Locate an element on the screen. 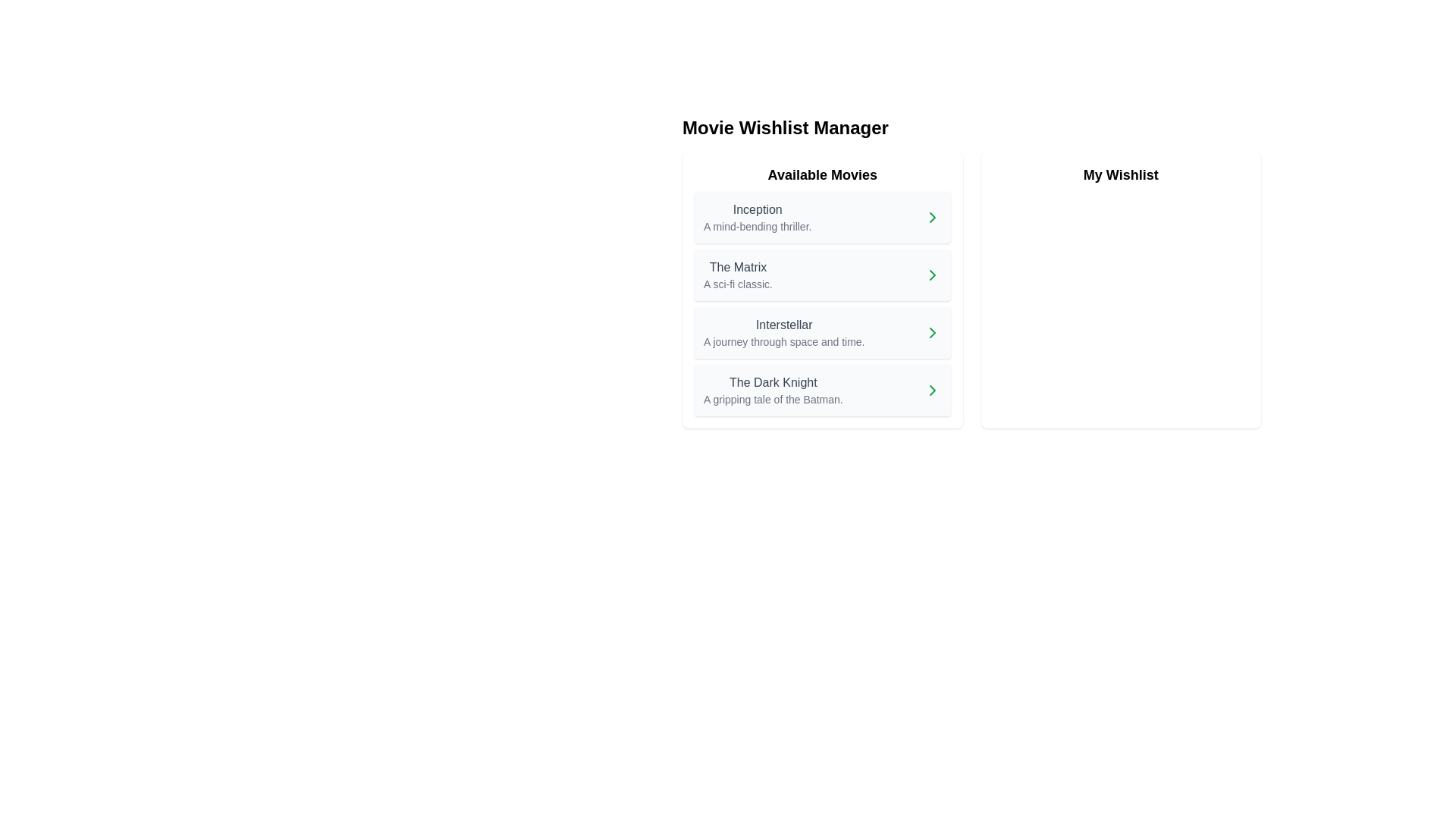  text label displaying 'A mind-bending thriller.' located below the title 'Inception' in the 'Available Movies' section is located at coordinates (758, 227).